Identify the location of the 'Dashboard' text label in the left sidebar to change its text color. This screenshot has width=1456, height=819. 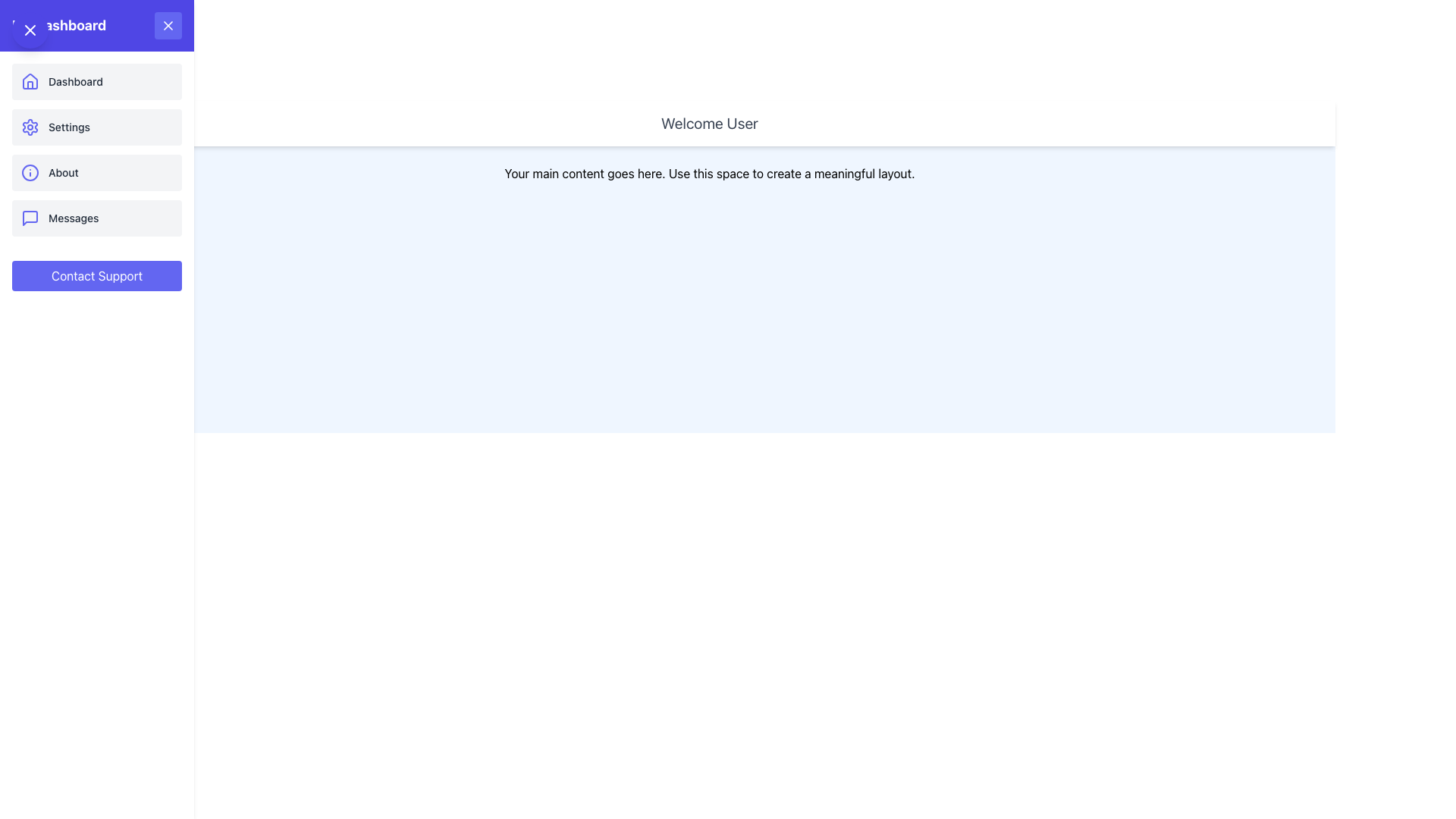
(75, 82).